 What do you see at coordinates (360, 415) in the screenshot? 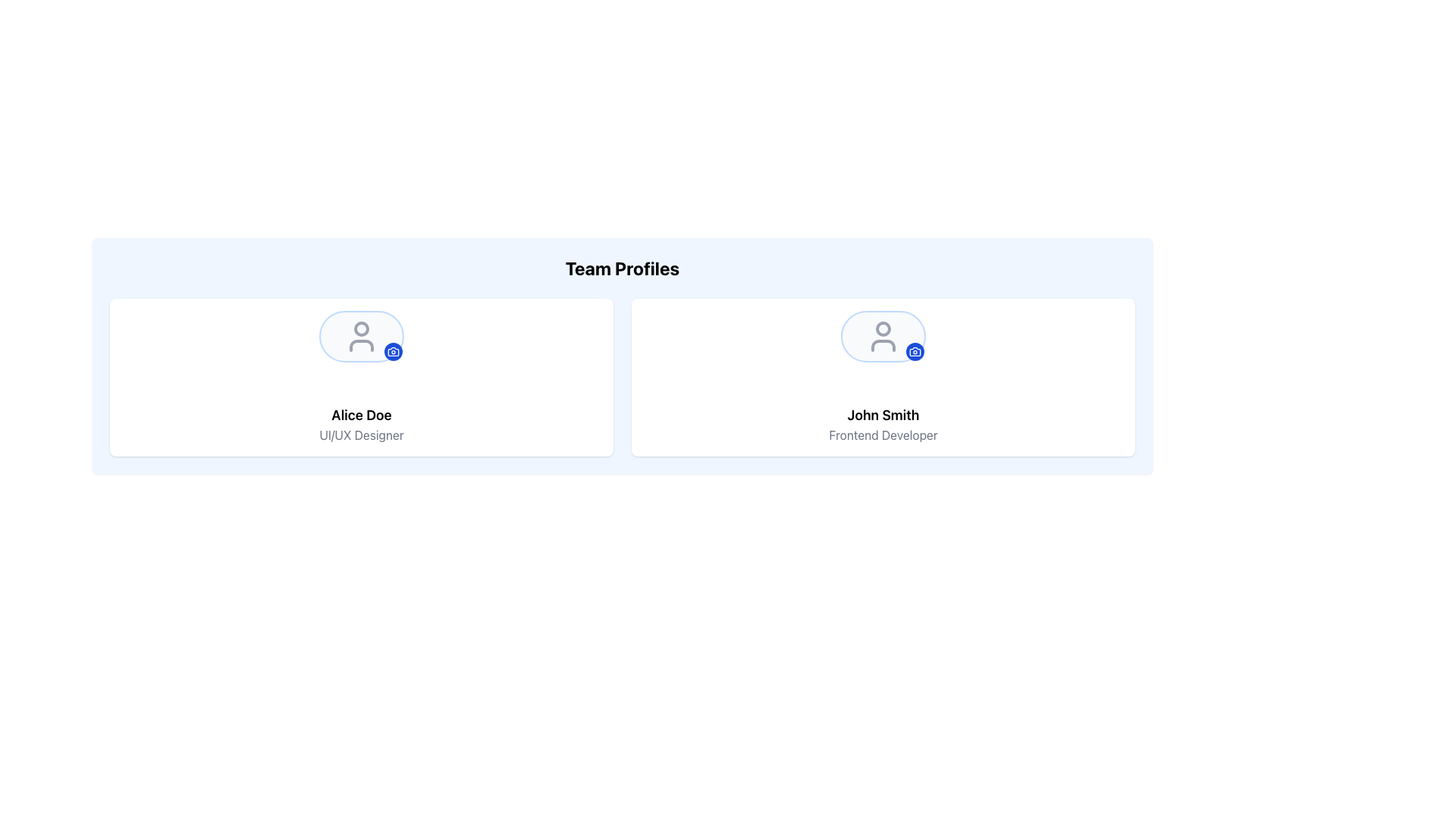
I see `the text label that identifies the individual in the profile card under 'Team Profiles', located above the text 'UI/UX Designer'` at bounding box center [360, 415].